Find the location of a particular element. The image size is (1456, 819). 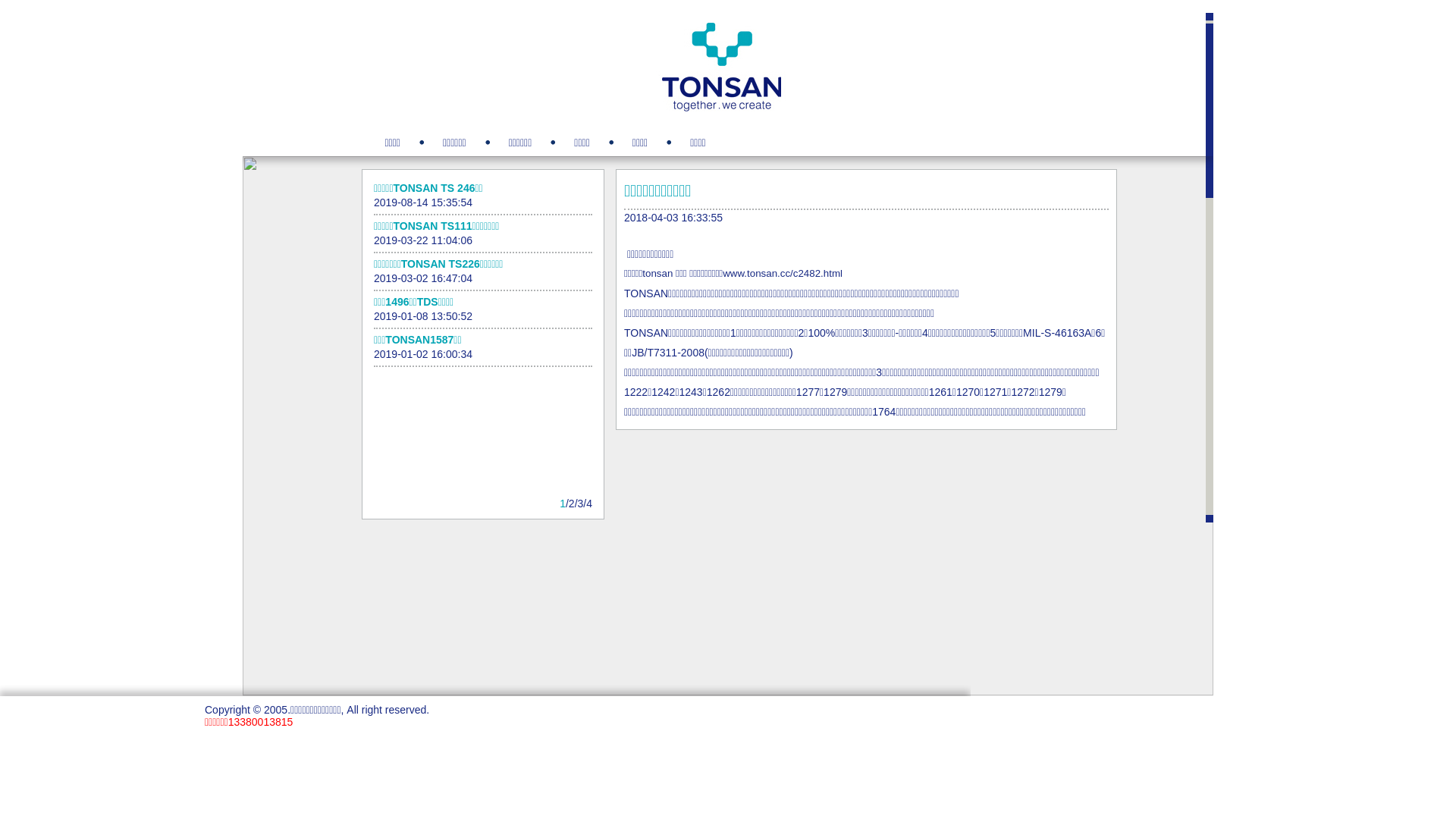

'3' is located at coordinates (580, 503).